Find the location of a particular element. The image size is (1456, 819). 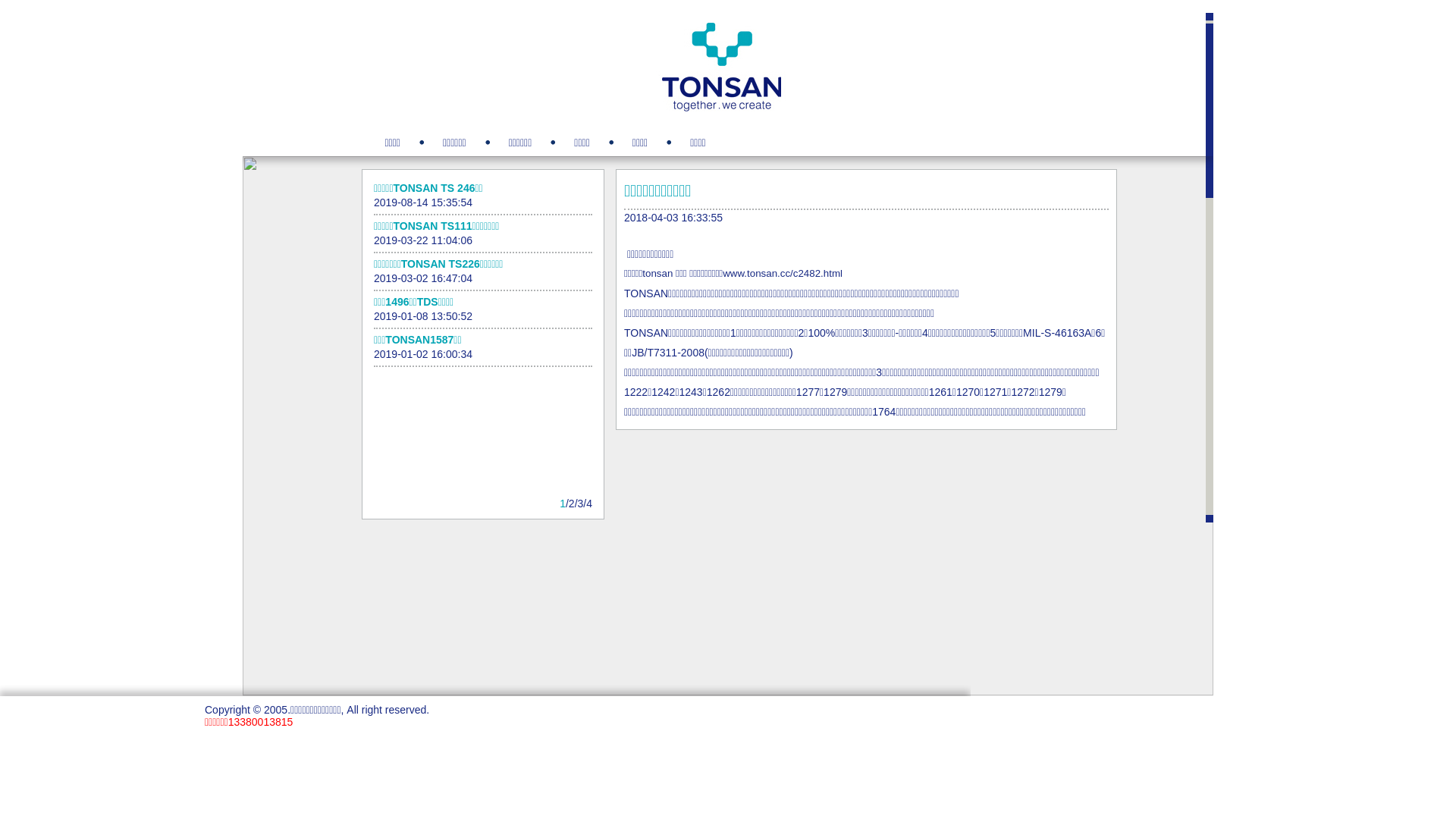

'3' is located at coordinates (580, 503).